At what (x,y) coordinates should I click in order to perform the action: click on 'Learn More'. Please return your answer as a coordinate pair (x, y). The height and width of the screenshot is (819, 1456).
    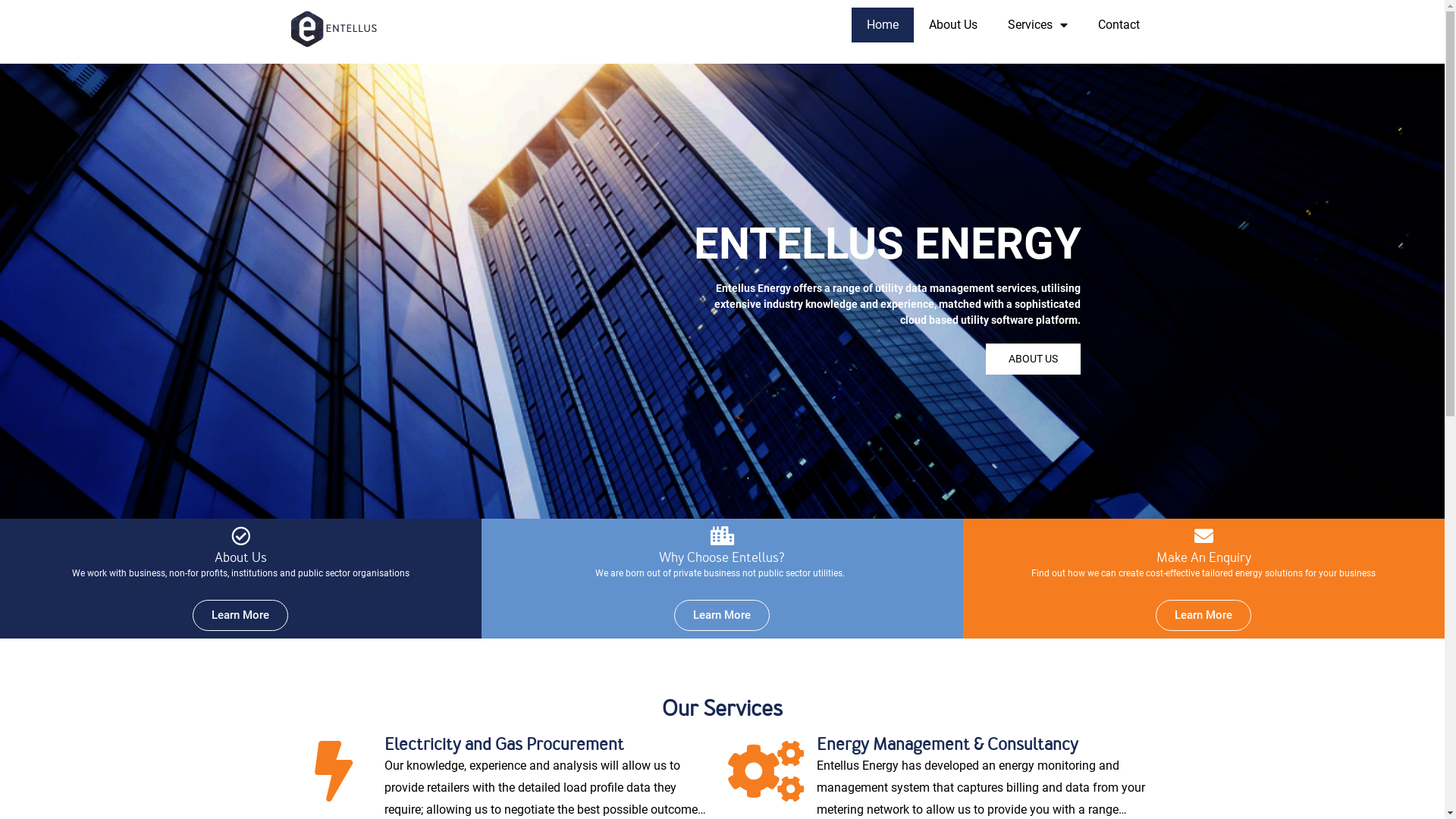
    Looking at the image, I should click on (239, 615).